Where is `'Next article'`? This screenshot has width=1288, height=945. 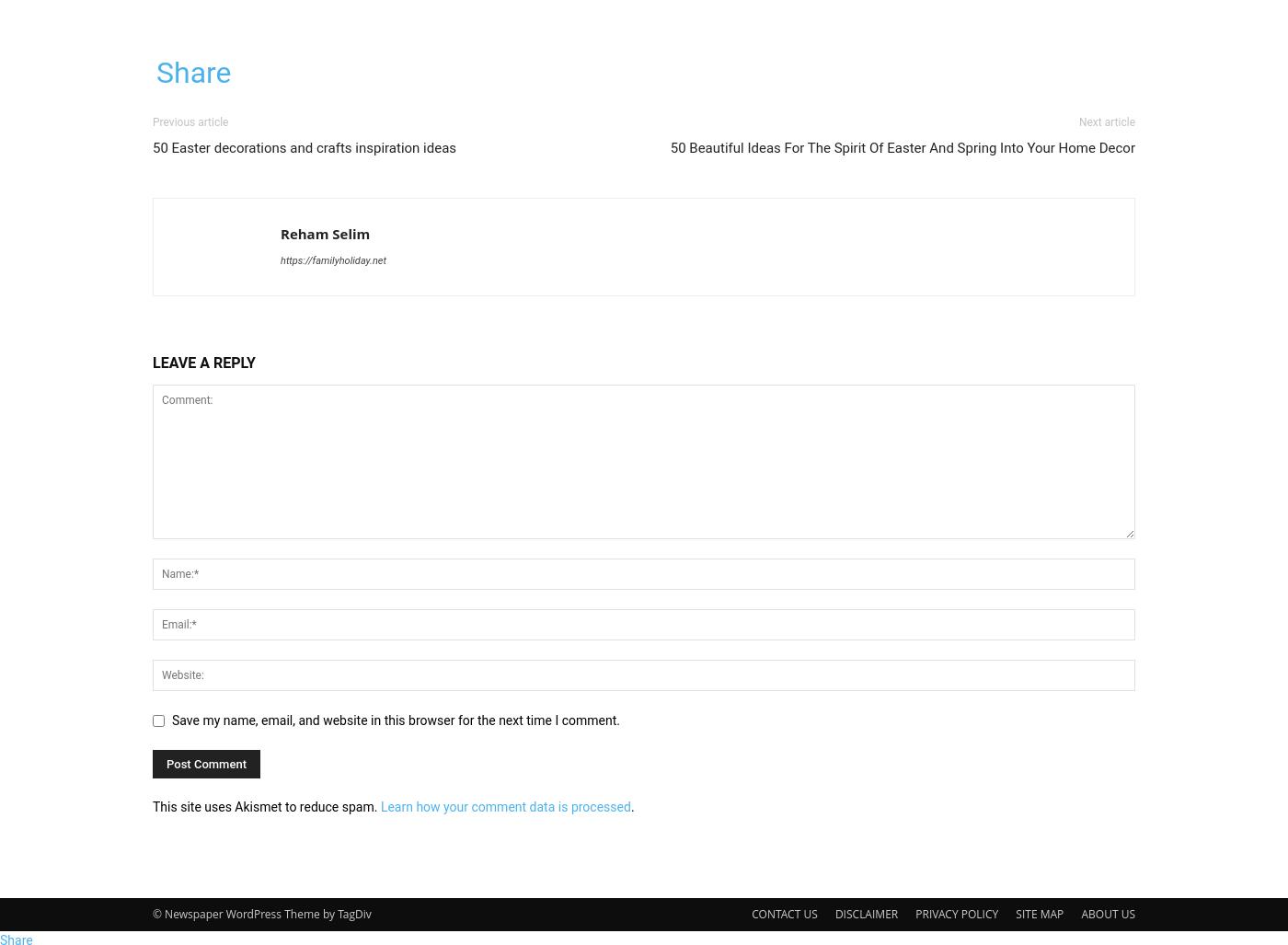
'Next article' is located at coordinates (1107, 121).